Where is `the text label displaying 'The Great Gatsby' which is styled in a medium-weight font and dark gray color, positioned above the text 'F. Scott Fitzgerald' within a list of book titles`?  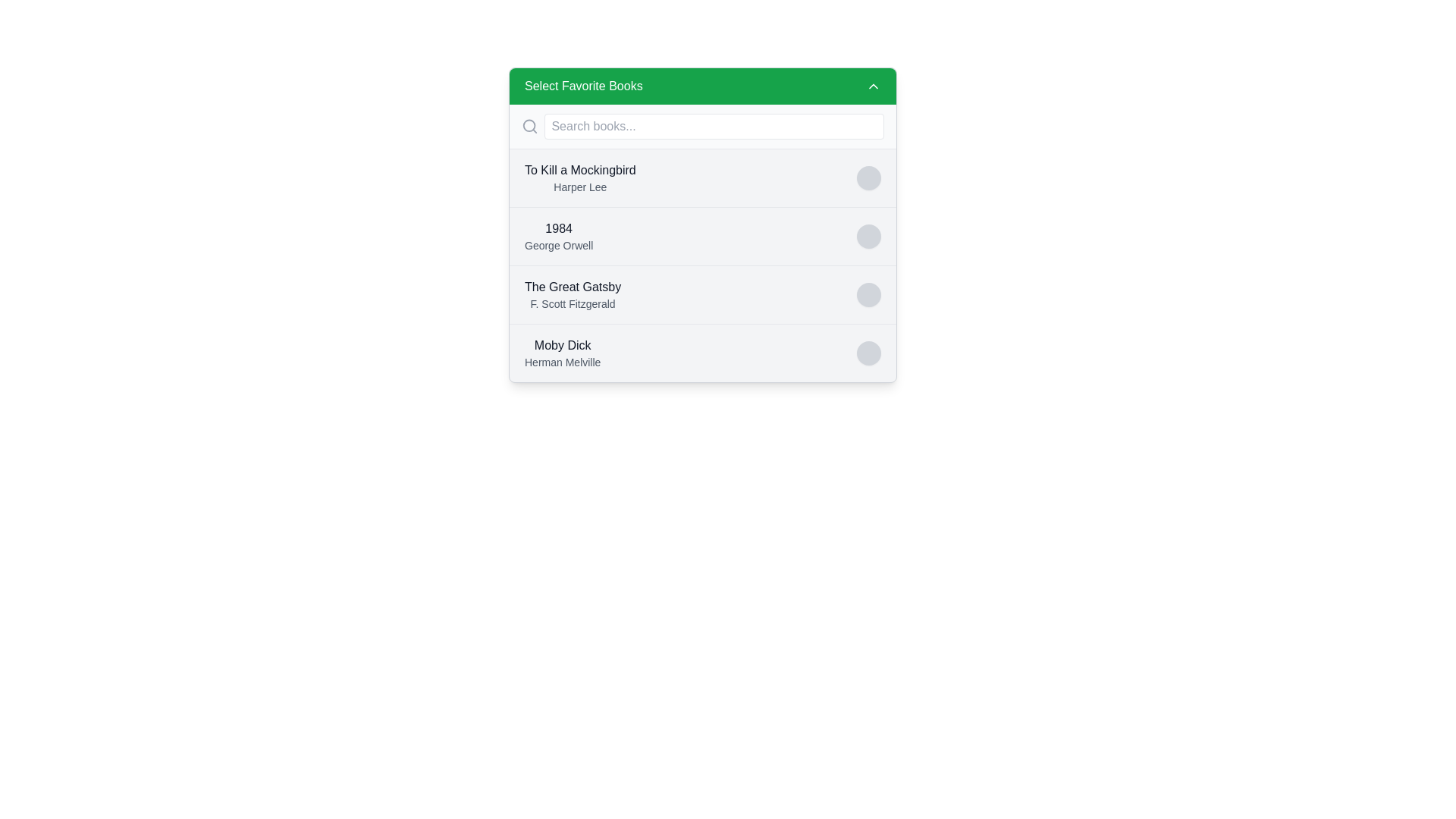
the text label displaying 'The Great Gatsby' which is styled in a medium-weight font and dark gray color, positioned above the text 'F. Scott Fitzgerald' within a list of book titles is located at coordinates (572, 287).